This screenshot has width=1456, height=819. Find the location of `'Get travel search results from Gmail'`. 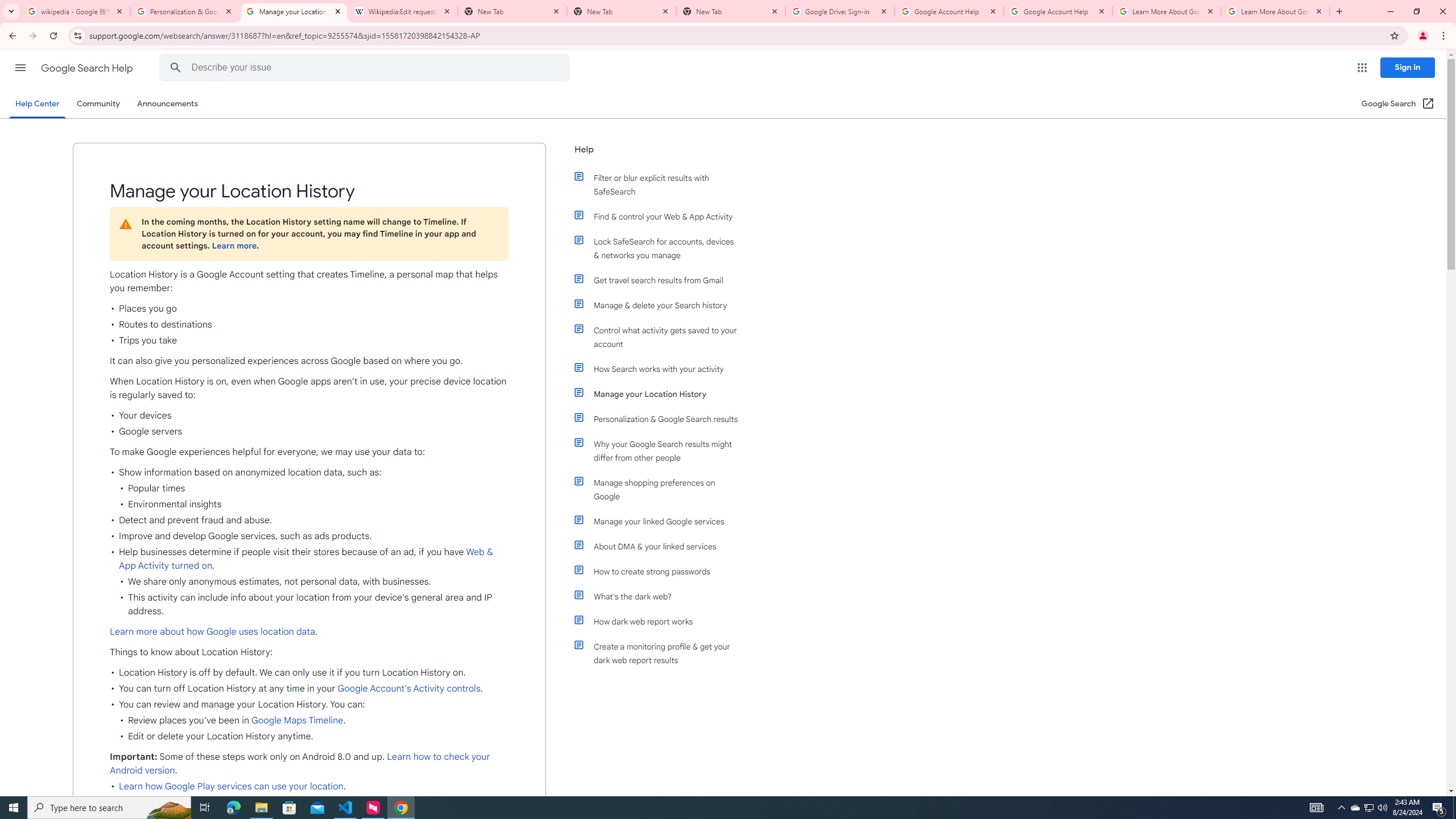

'Get travel search results from Gmail' is located at coordinates (661, 280).